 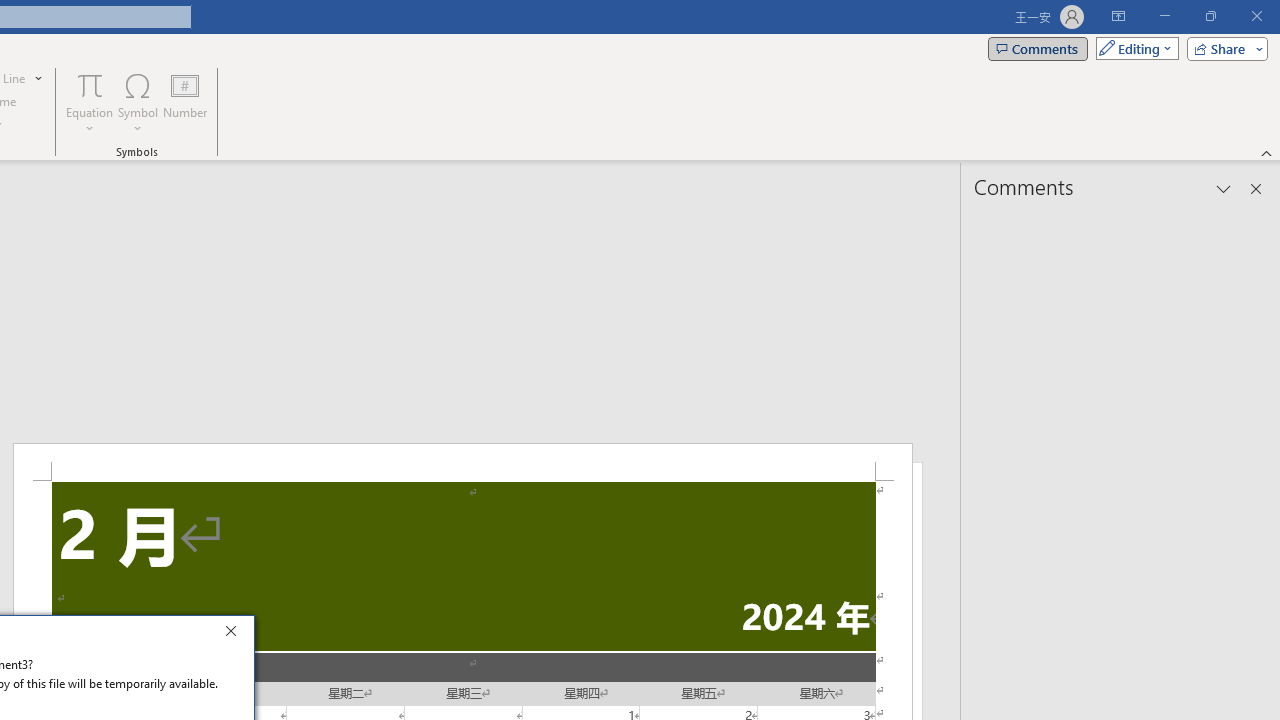 I want to click on 'Symbol', so click(x=137, y=103).